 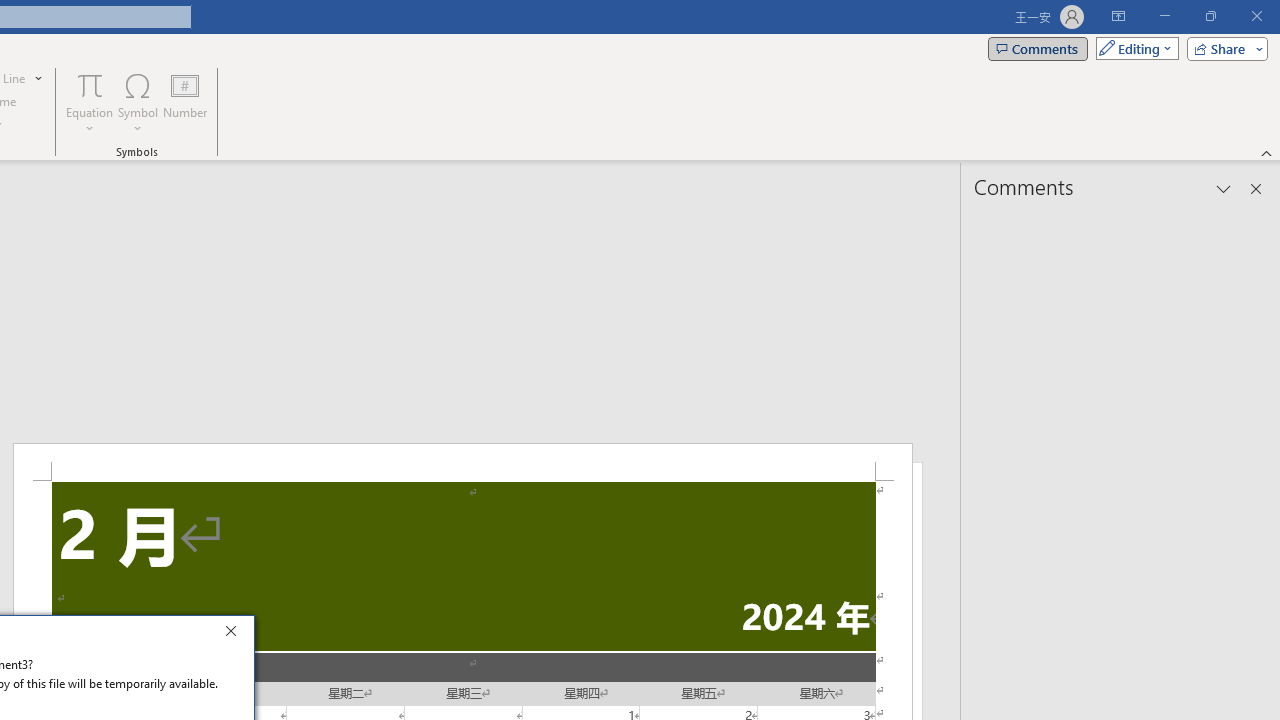 I want to click on 'Symbol', so click(x=137, y=103).